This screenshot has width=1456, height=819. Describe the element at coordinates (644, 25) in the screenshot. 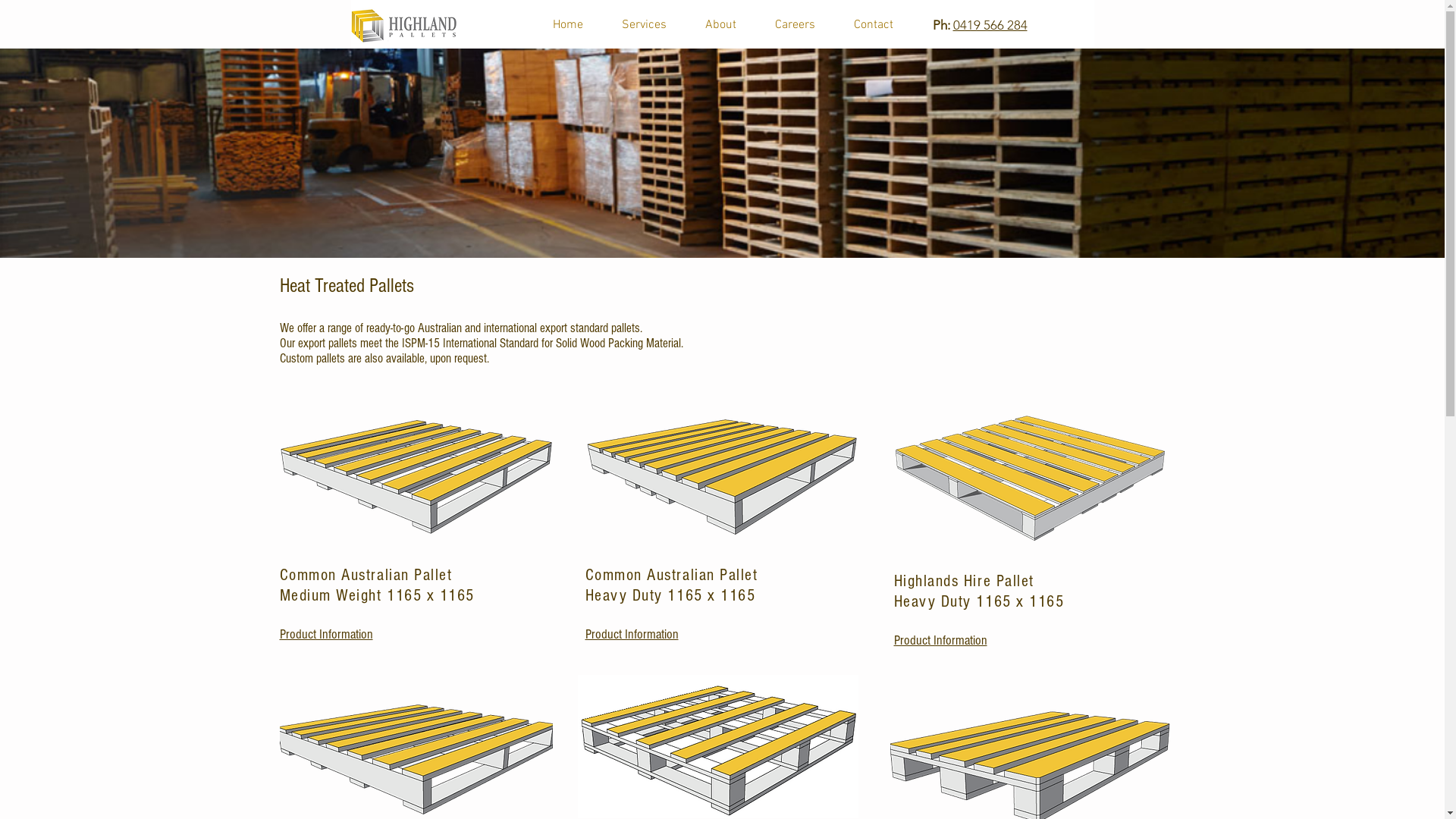

I see `'Services'` at that location.